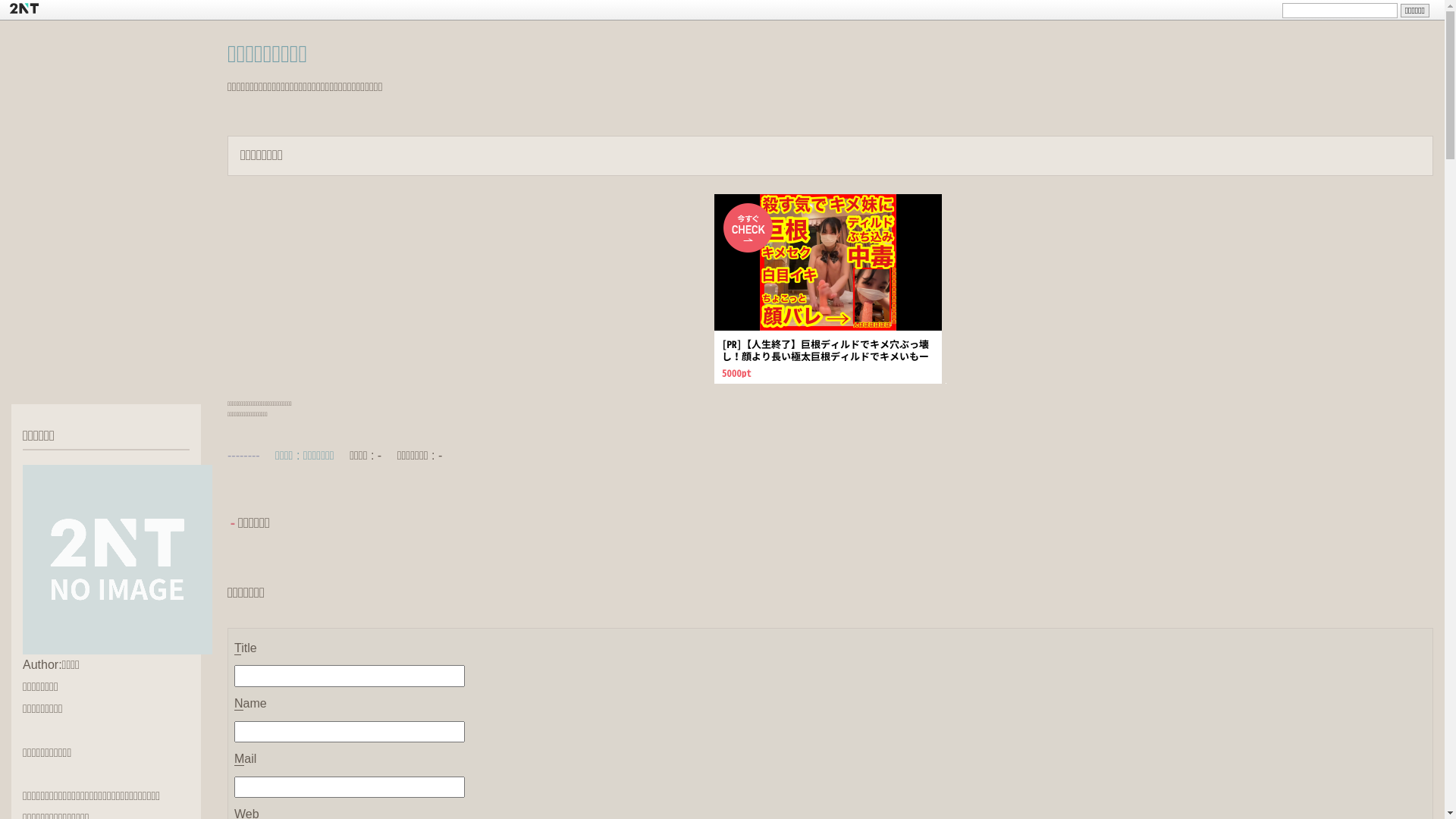 The image size is (1456, 819). Describe the element at coordinates (226, 454) in the screenshot. I see `'--------'` at that location.